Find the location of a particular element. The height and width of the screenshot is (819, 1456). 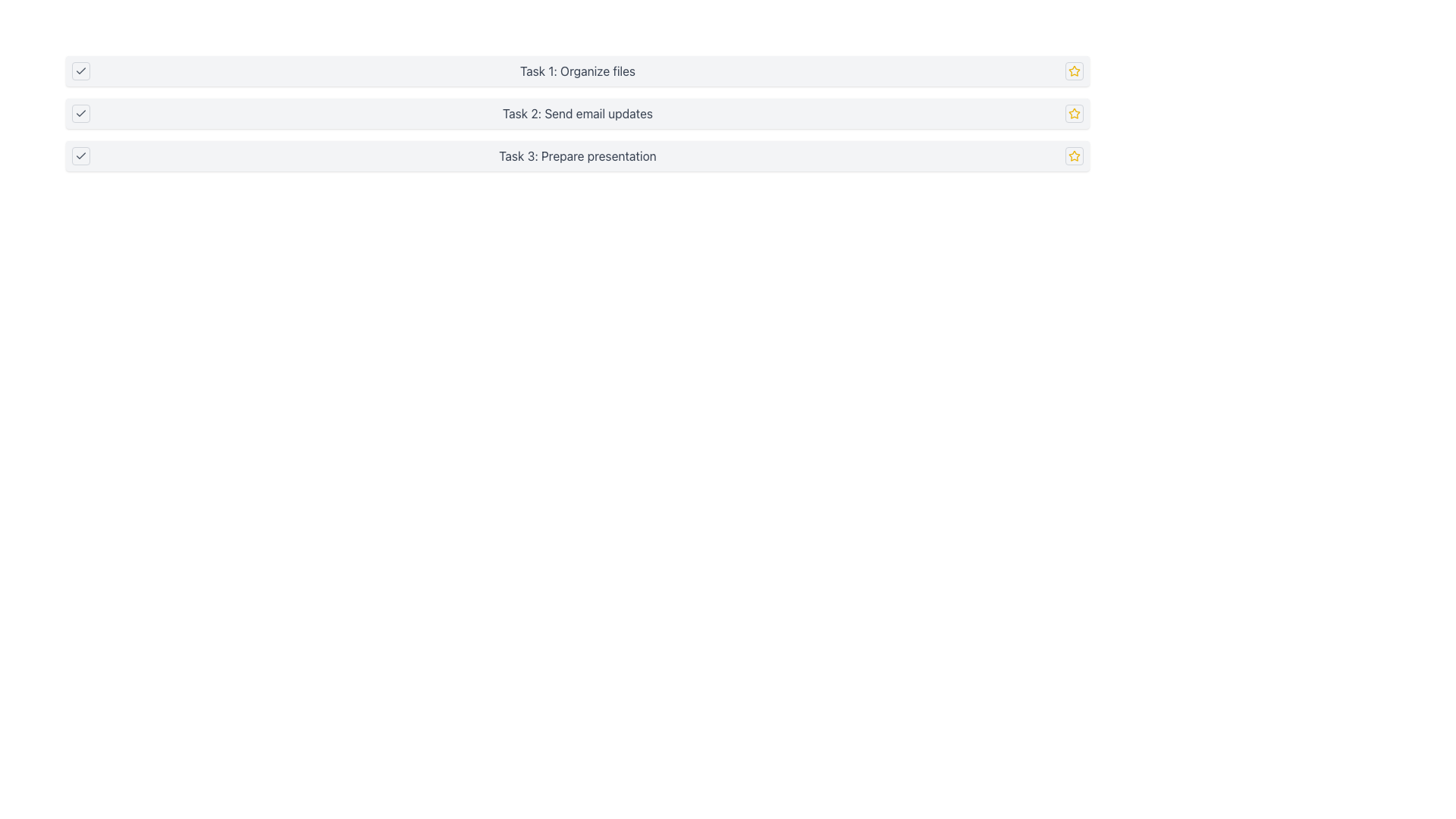

the graphic icon on the far right of the topmost row ('Task 1: Organize files') to mark it as a favorite is located at coordinates (1073, 70).